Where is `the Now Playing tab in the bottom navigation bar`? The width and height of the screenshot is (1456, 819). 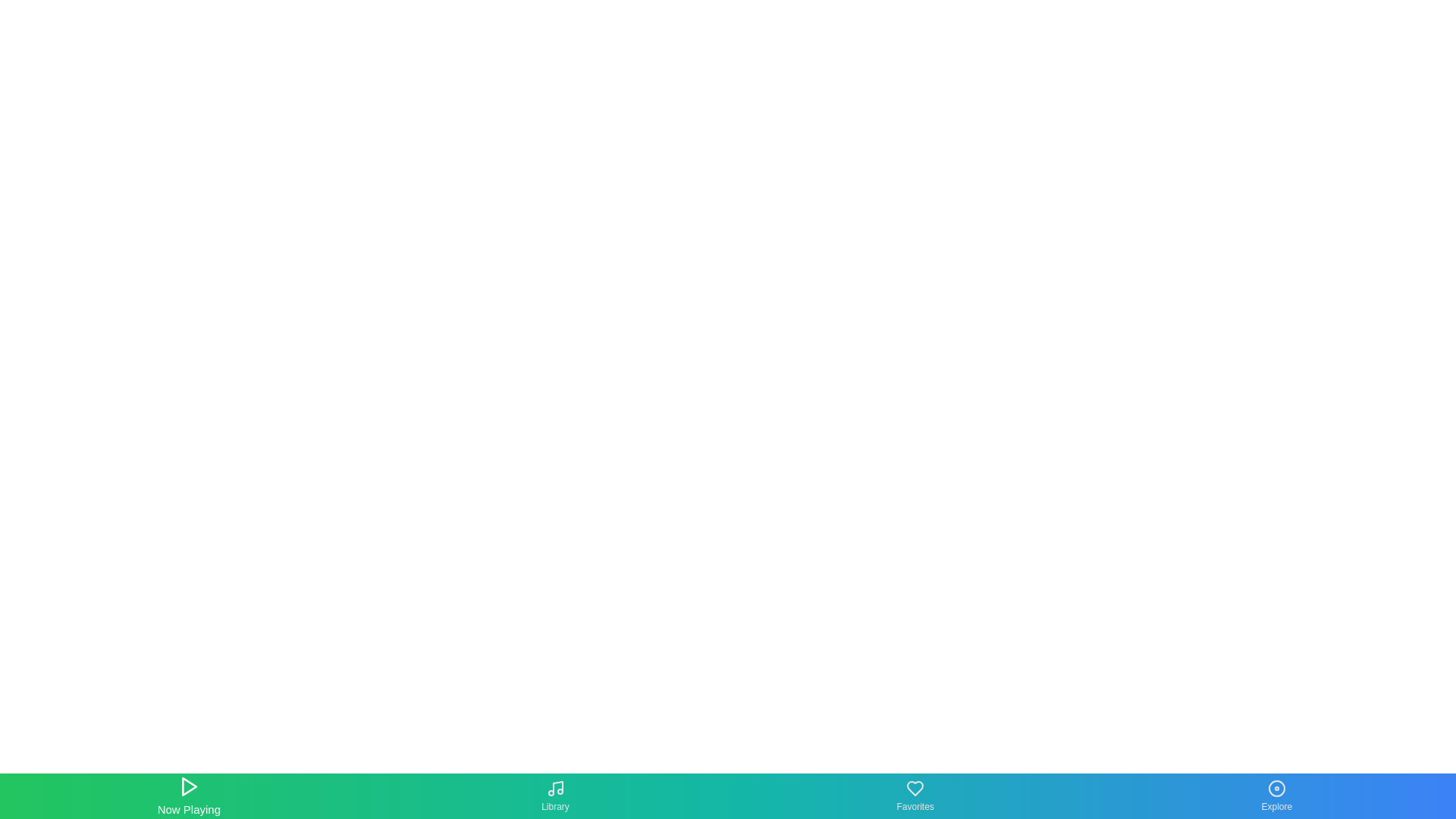
the Now Playing tab in the bottom navigation bar is located at coordinates (188, 795).